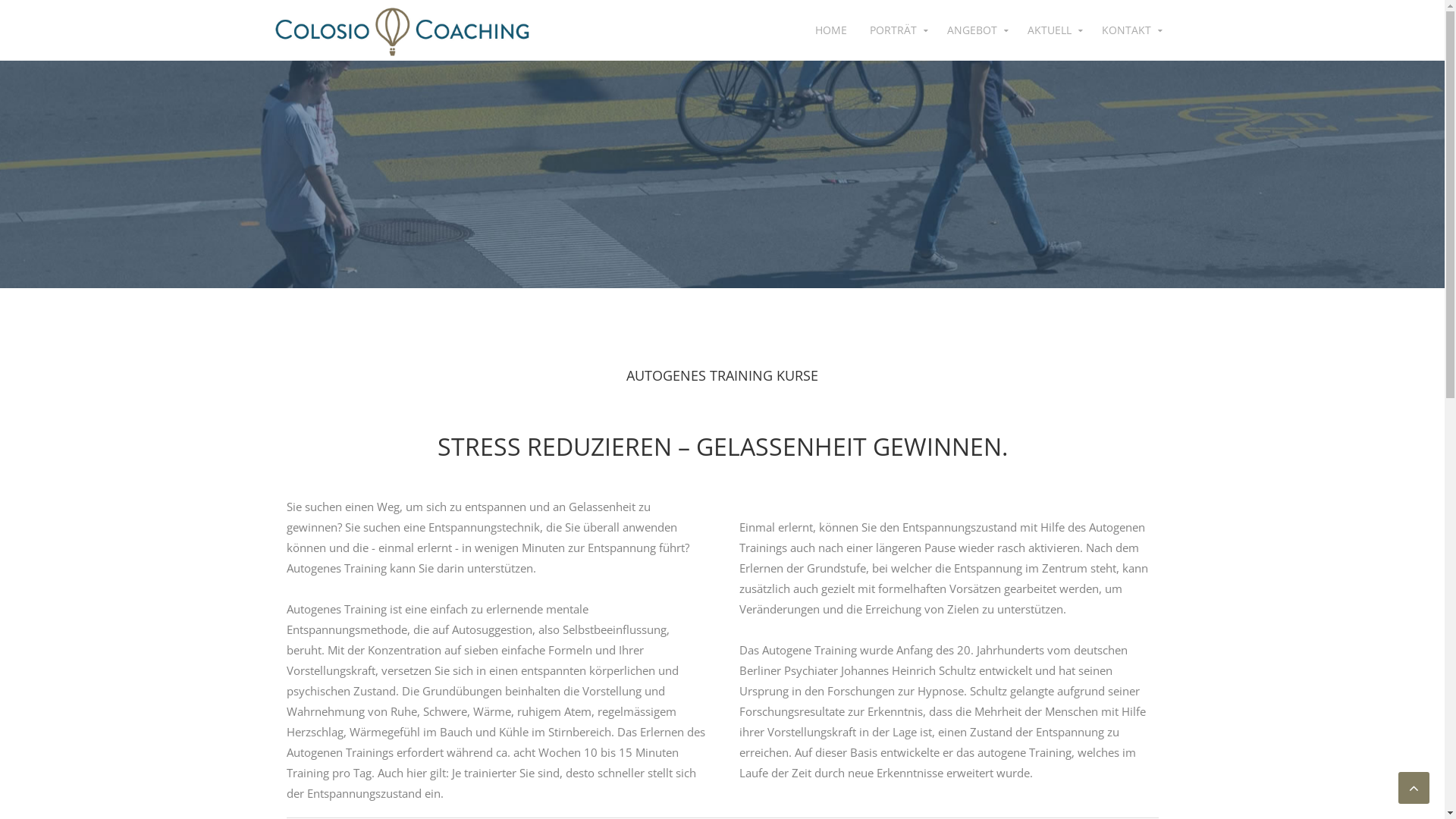  Describe the element at coordinates (1052, 30) in the screenshot. I see `'AKTUELL'` at that location.